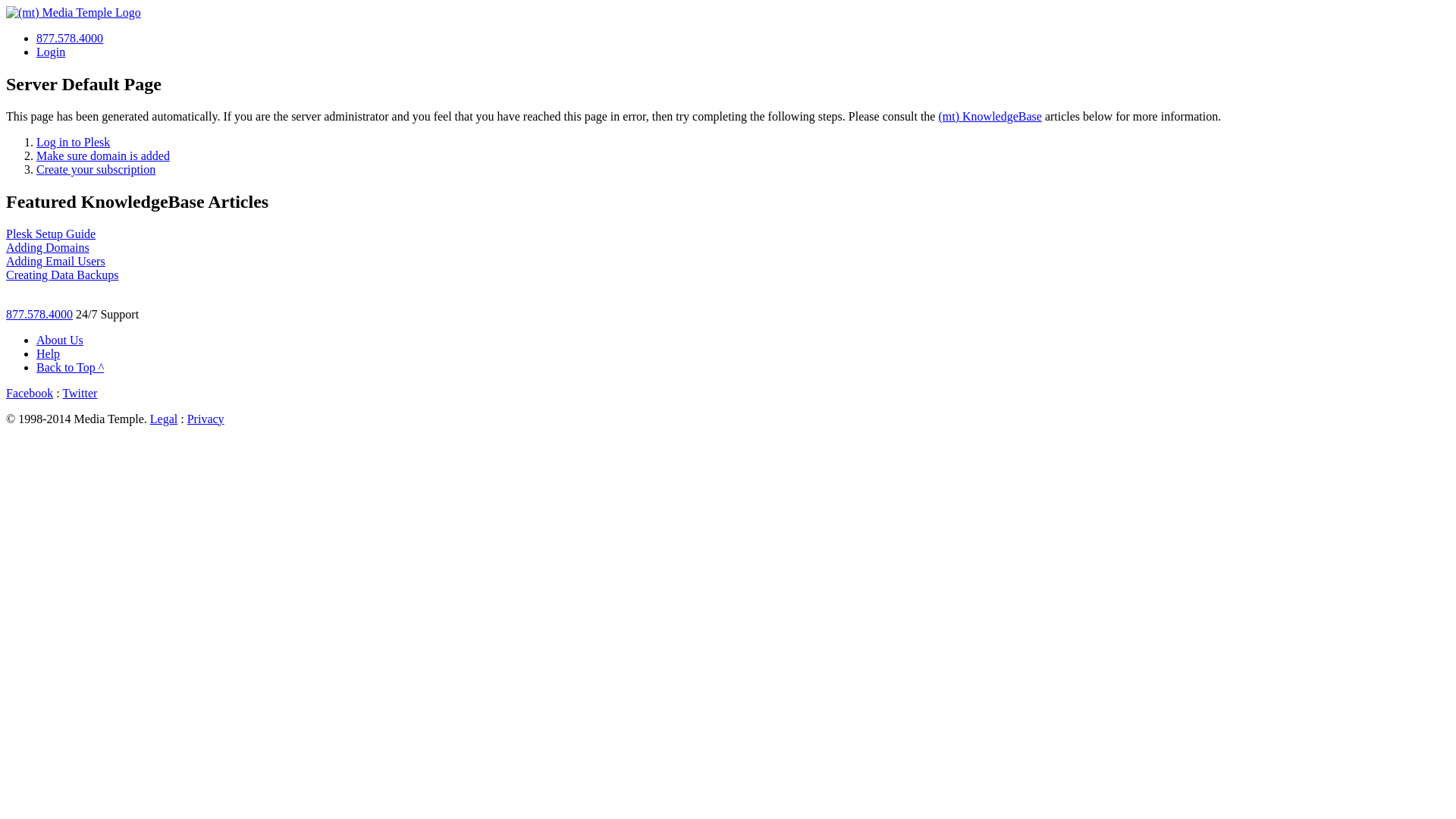  Describe the element at coordinates (55, 260) in the screenshot. I see `'Adding Email Users'` at that location.